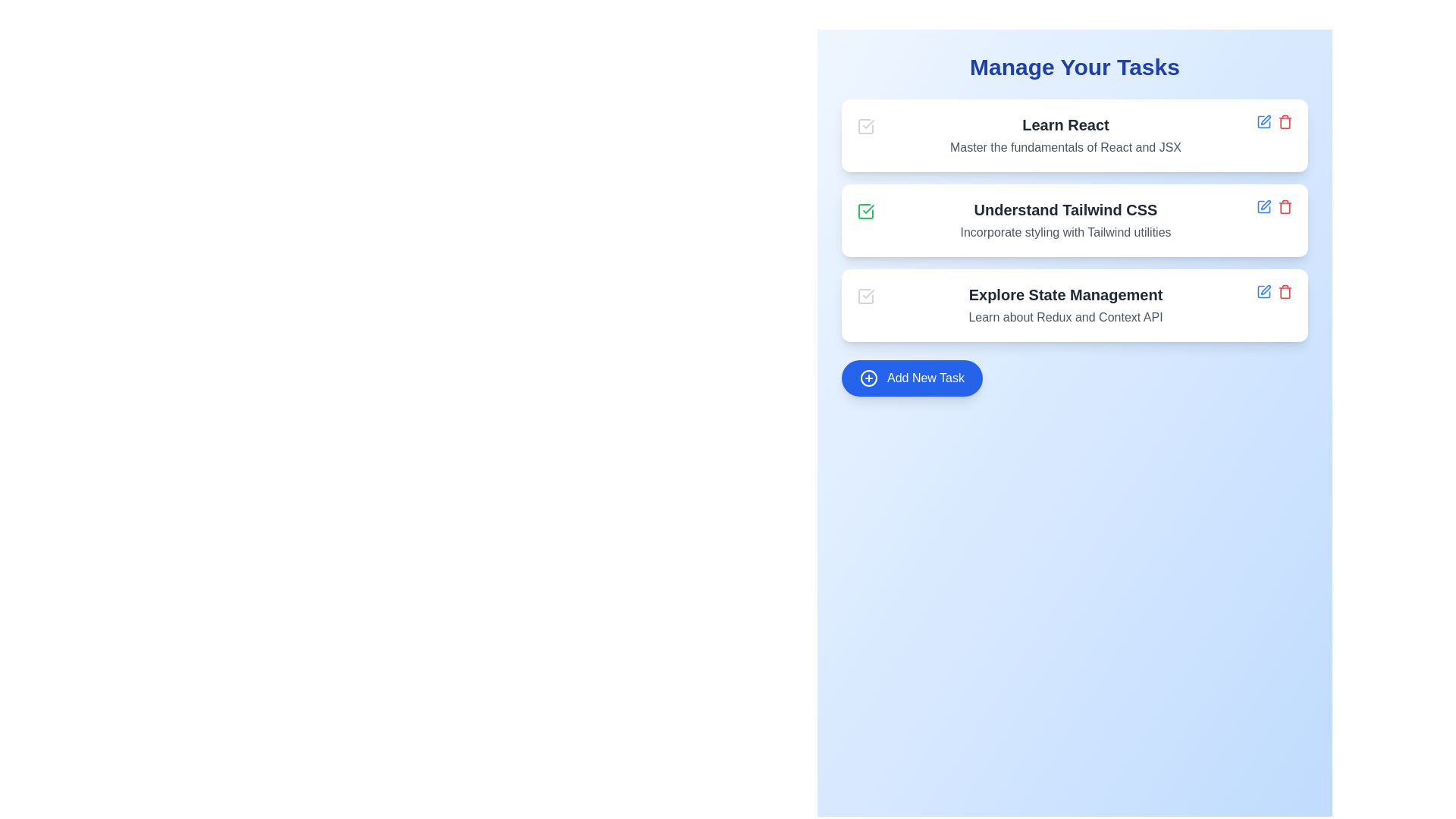  I want to click on the blue pen icon located to the right of the text 'Learn React' within the first item of the list under 'Manage Your Tasks', so click(1263, 121).